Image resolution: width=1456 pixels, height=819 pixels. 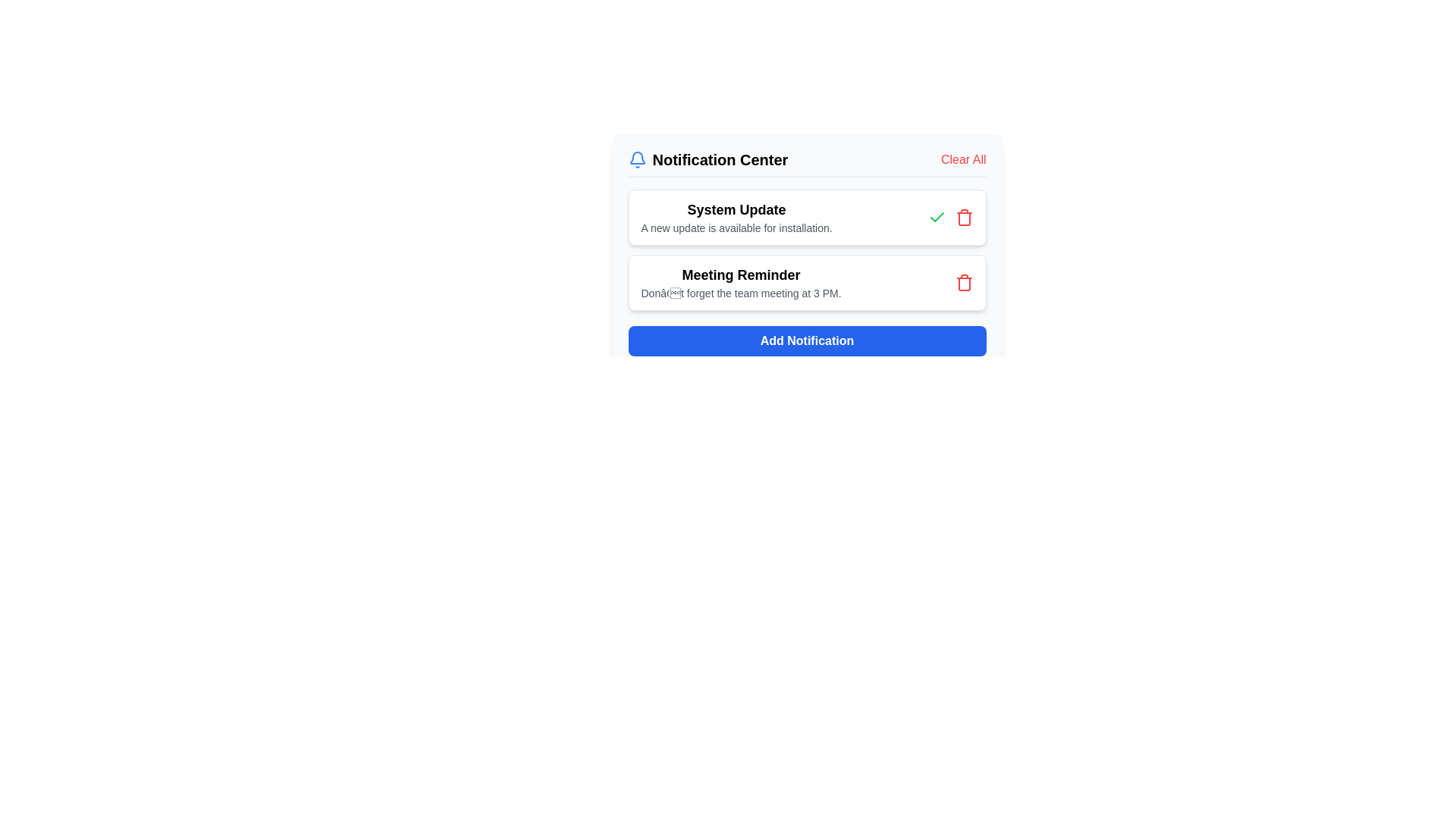 What do you see at coordinates (806, 341) in the screenshot?
I see `the button located at the bottom of the notification panel` at bounding box center [806, 341].